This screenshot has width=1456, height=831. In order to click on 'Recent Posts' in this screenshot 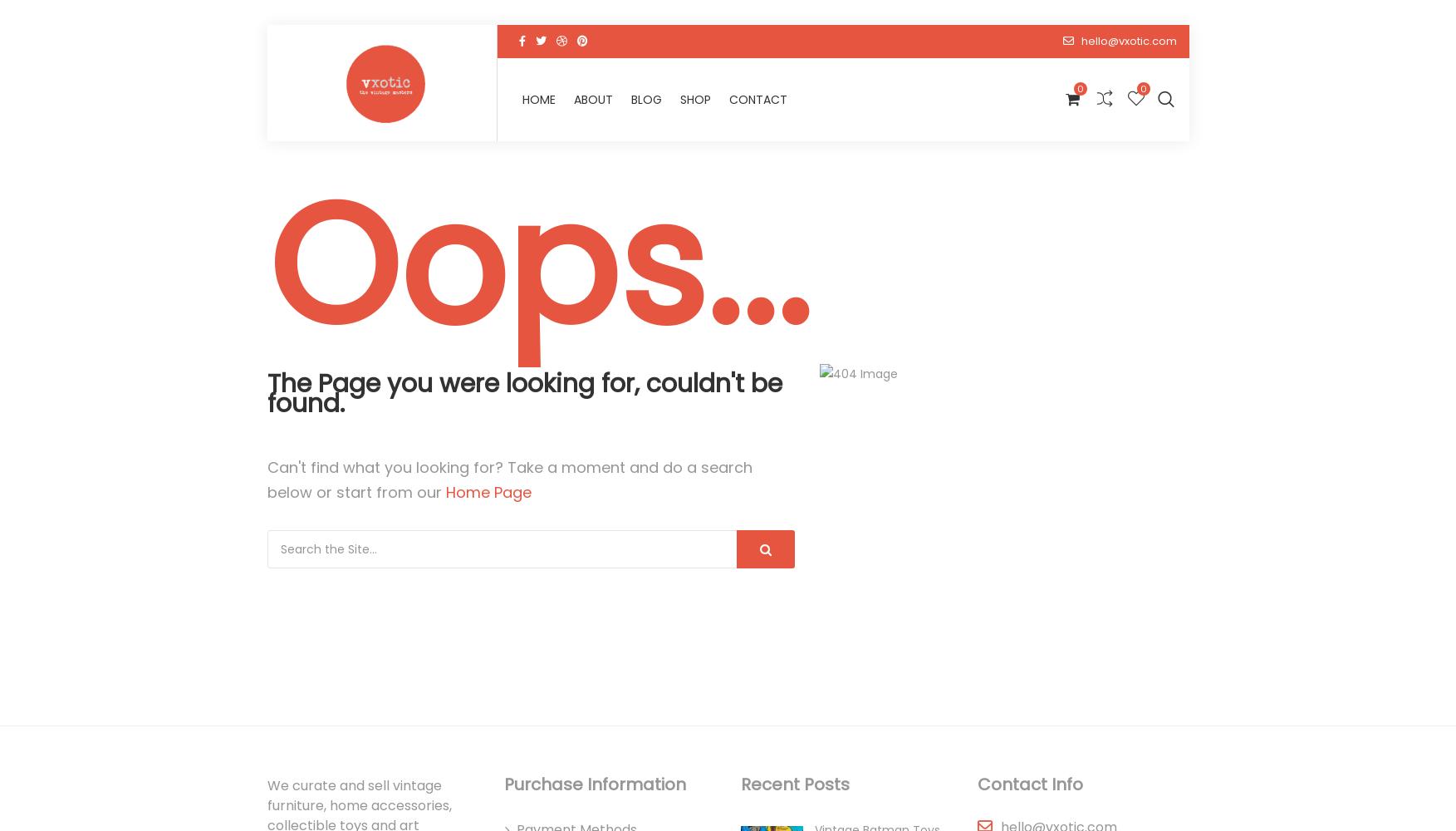, I will do `click(793, 784)`.